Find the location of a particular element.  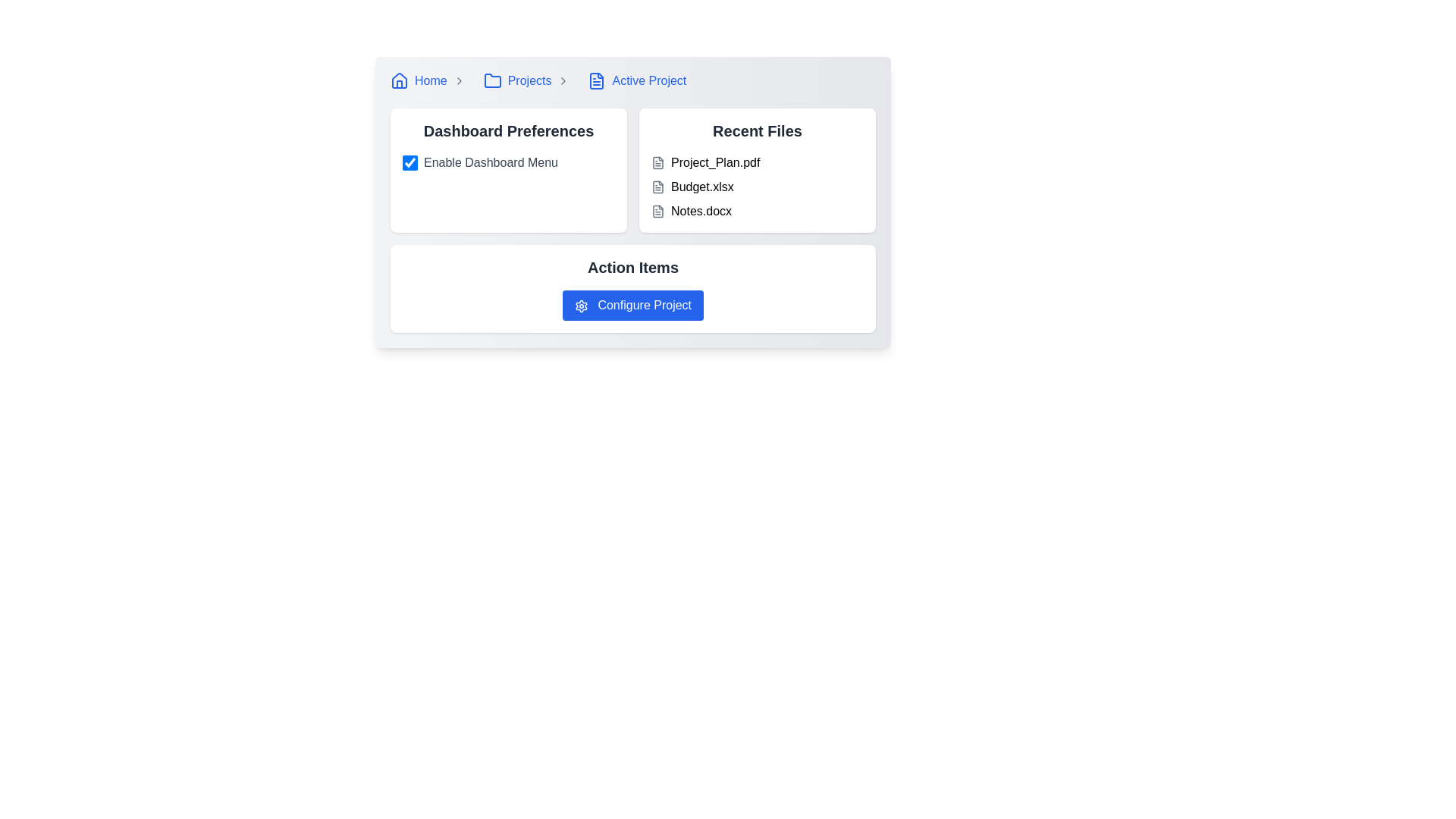

the 'Dashboard Preferences' header text, which is styled in bold and dark color, located within a white card-like area near the top of the interface is located at coordinates (509, 130).